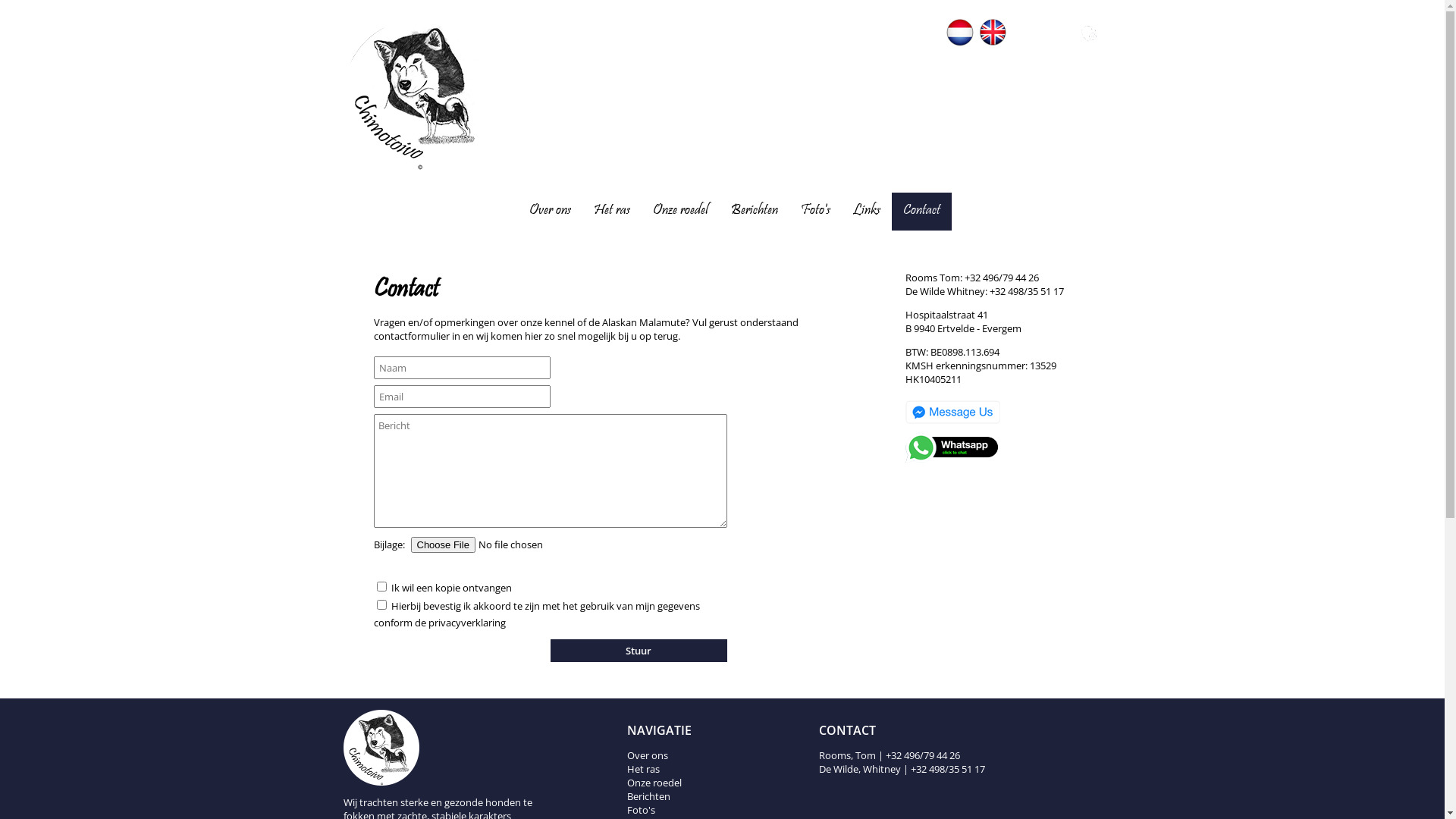  Describe the element at coordinates (654, 783) in the screenshot. I see `'Onze roedel'` at that location.